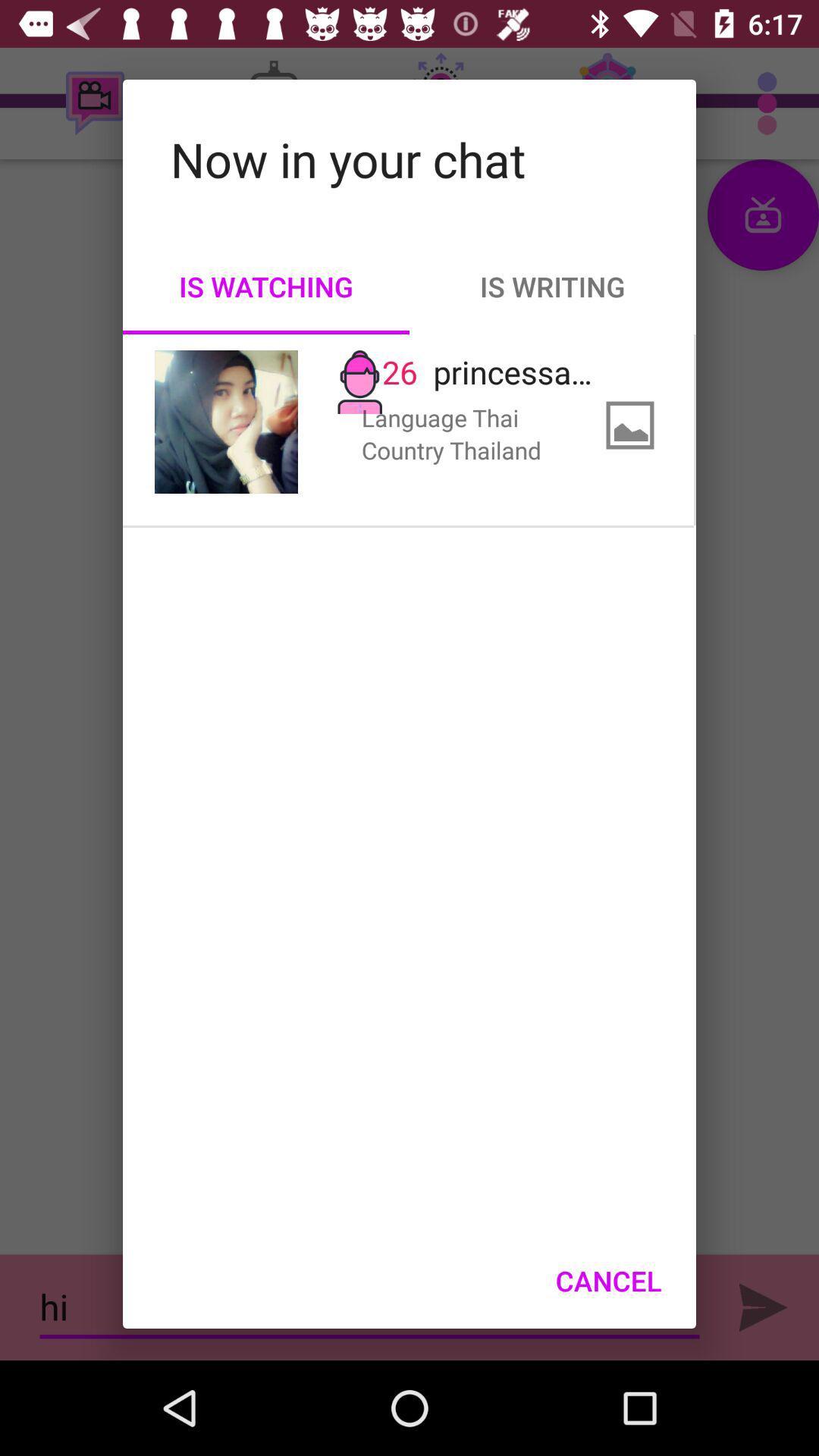 The height and width of the screenshot is (1456, 819). Describe the element at coordinates (226, 422) in the screenshot. I see `icon next to 26` at that location.